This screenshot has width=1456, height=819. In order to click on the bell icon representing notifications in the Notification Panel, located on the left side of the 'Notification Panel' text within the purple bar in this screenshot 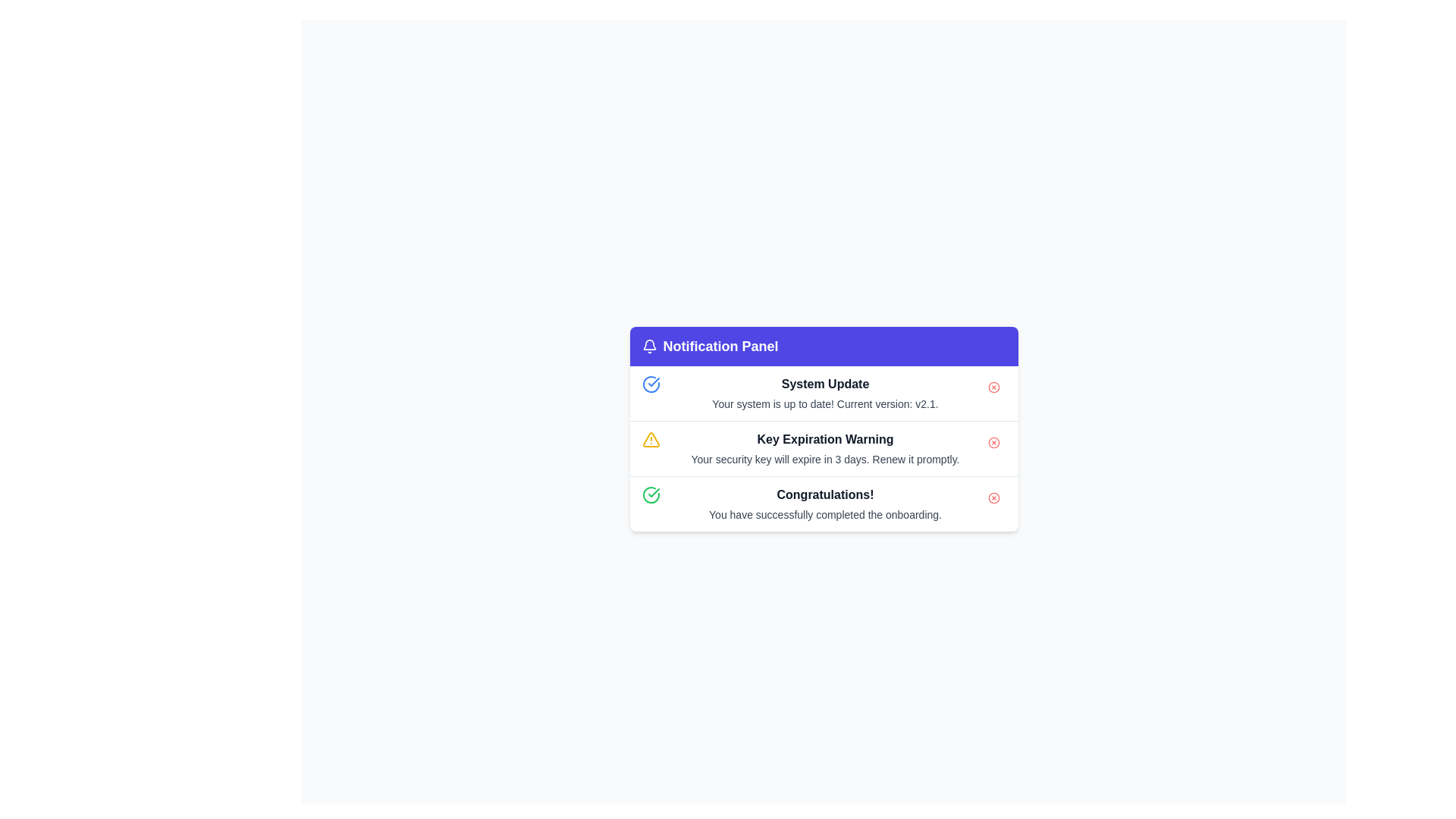, I will do `click(649, 346)`.